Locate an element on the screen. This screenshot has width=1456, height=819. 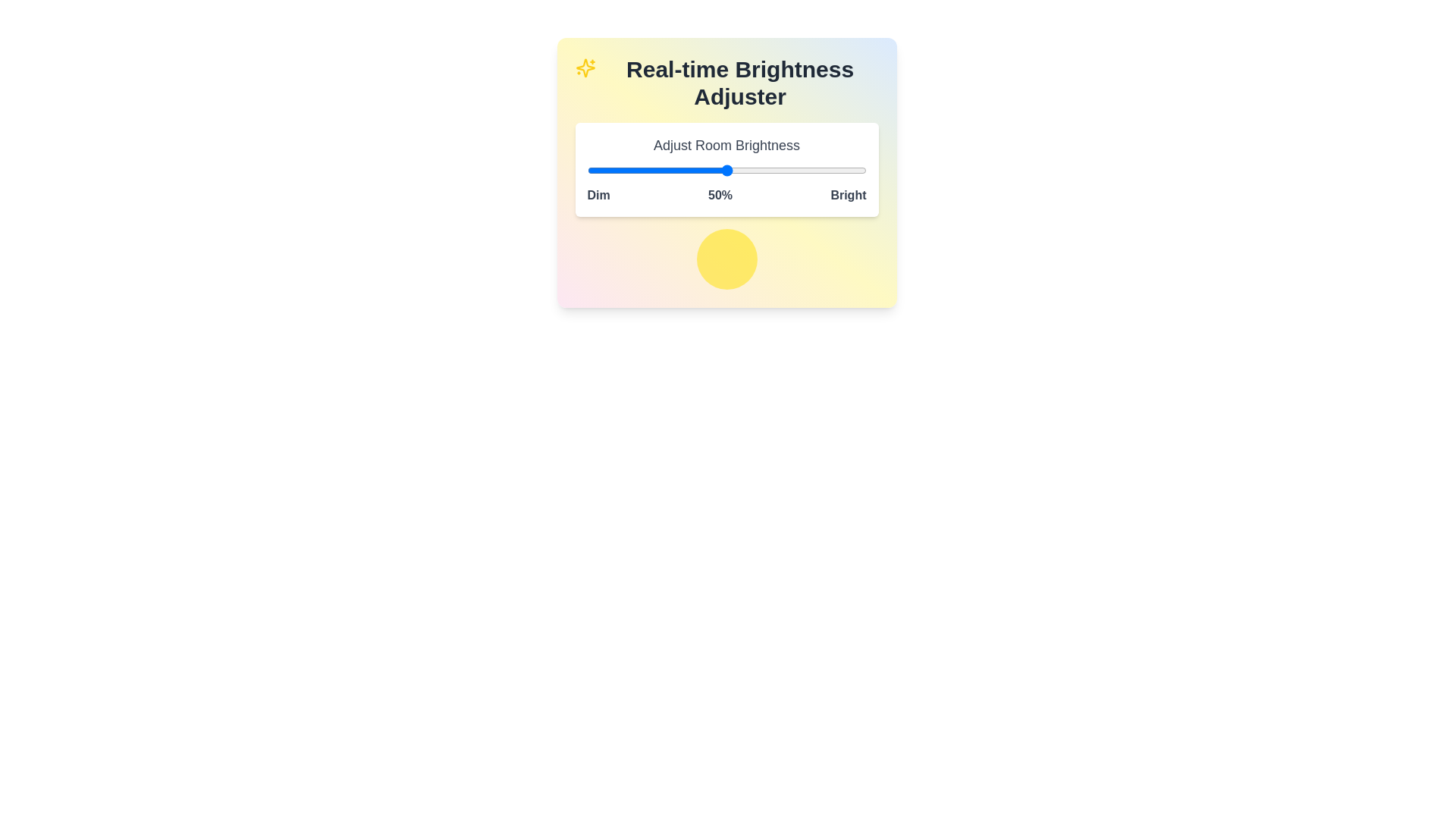
the brightness slider to set the brightness level to 22% is located at coordinates (648, 170).